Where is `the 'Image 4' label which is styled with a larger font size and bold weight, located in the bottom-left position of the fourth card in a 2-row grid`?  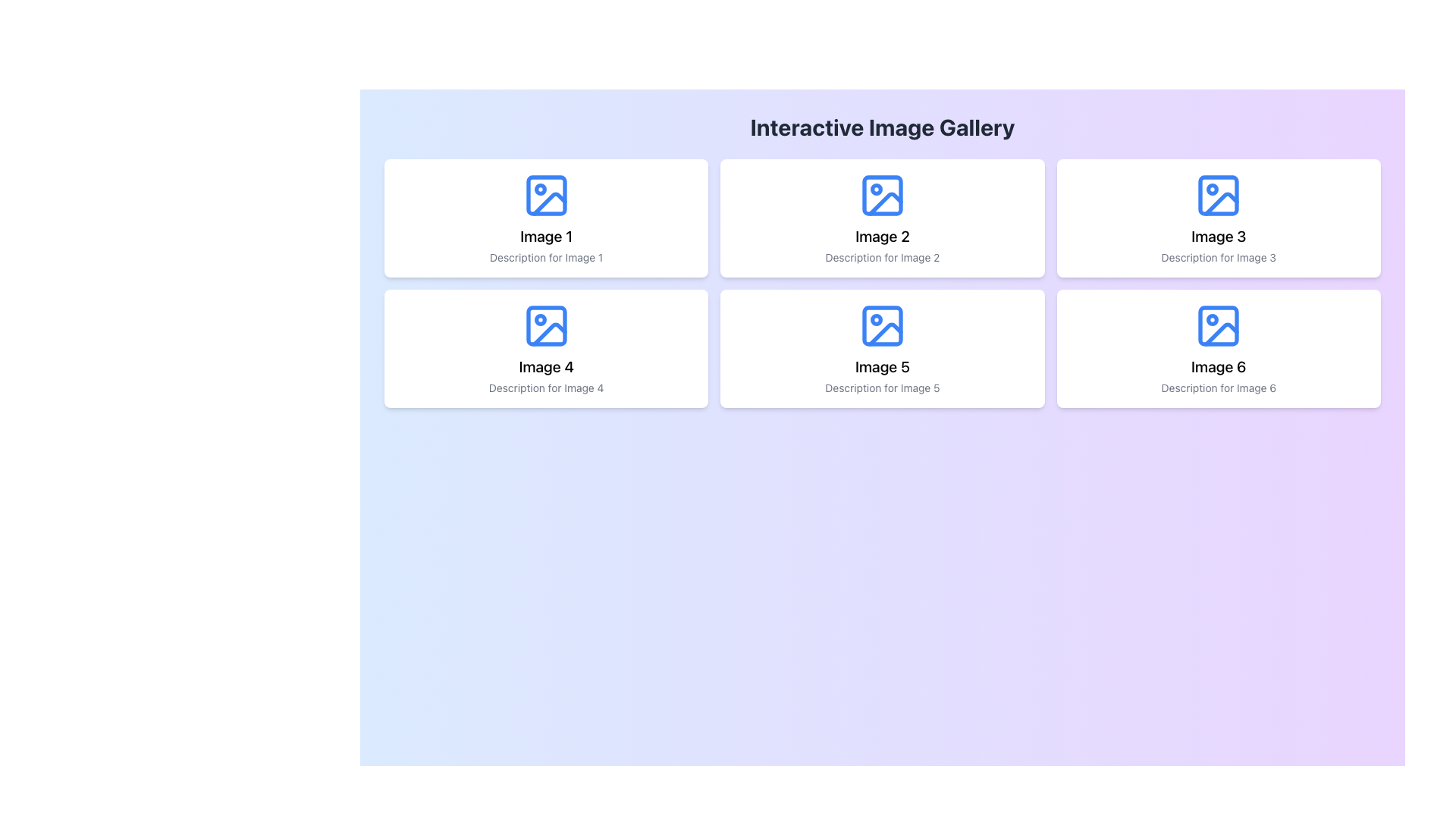 the 'Image 4' label which is styled with a larger font size and bold weight, located in the bottom-left position of the fourth card in a 2-row grid is located at coordinates (546, 366).